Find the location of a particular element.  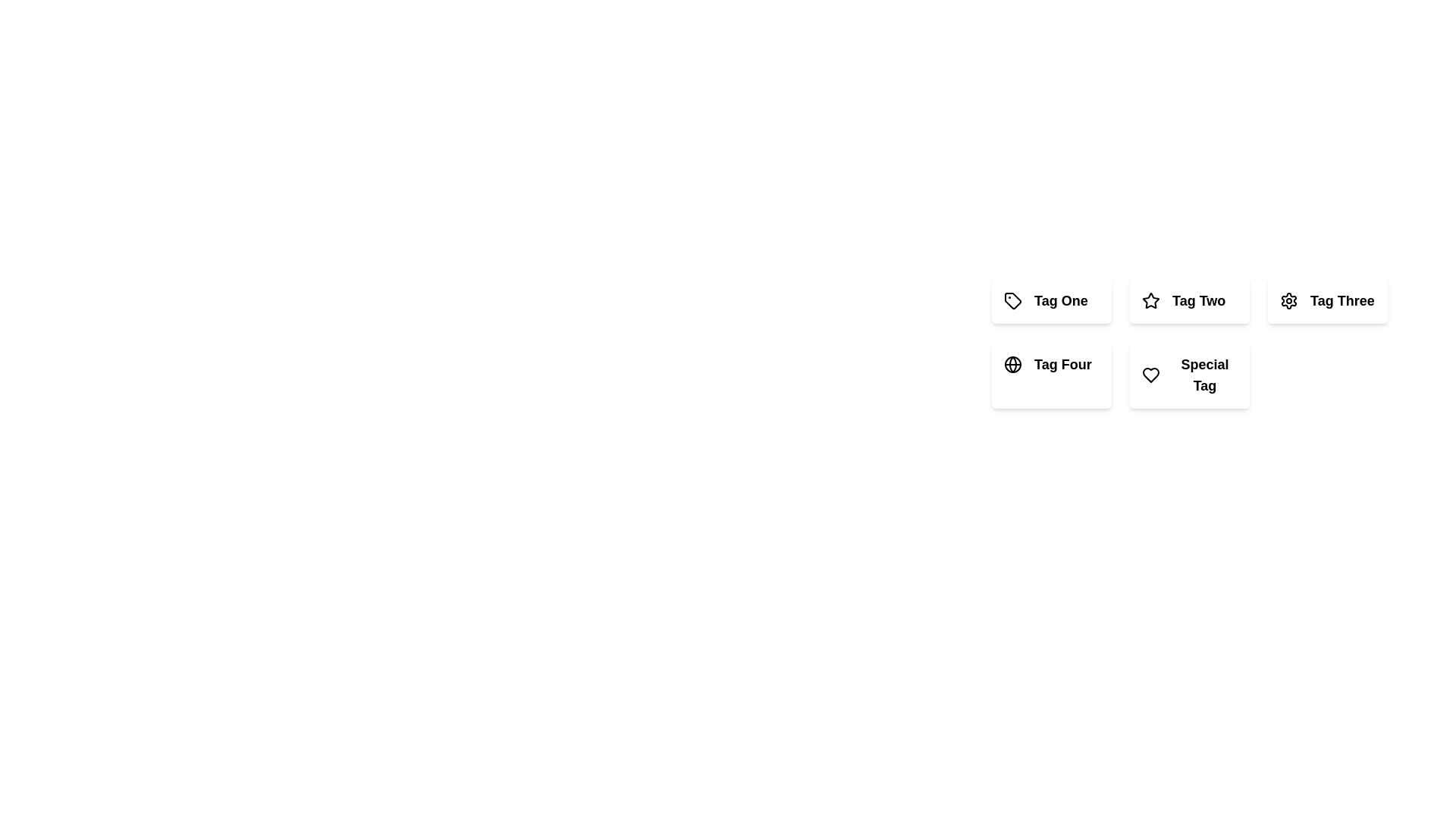

the graphic icon shaped like a tag, which is outlined with a thick black stroke and positioned near the text label 'Tag One' in the top-left corner of the grid of tagged icons is located at coordinates (1012, 301).